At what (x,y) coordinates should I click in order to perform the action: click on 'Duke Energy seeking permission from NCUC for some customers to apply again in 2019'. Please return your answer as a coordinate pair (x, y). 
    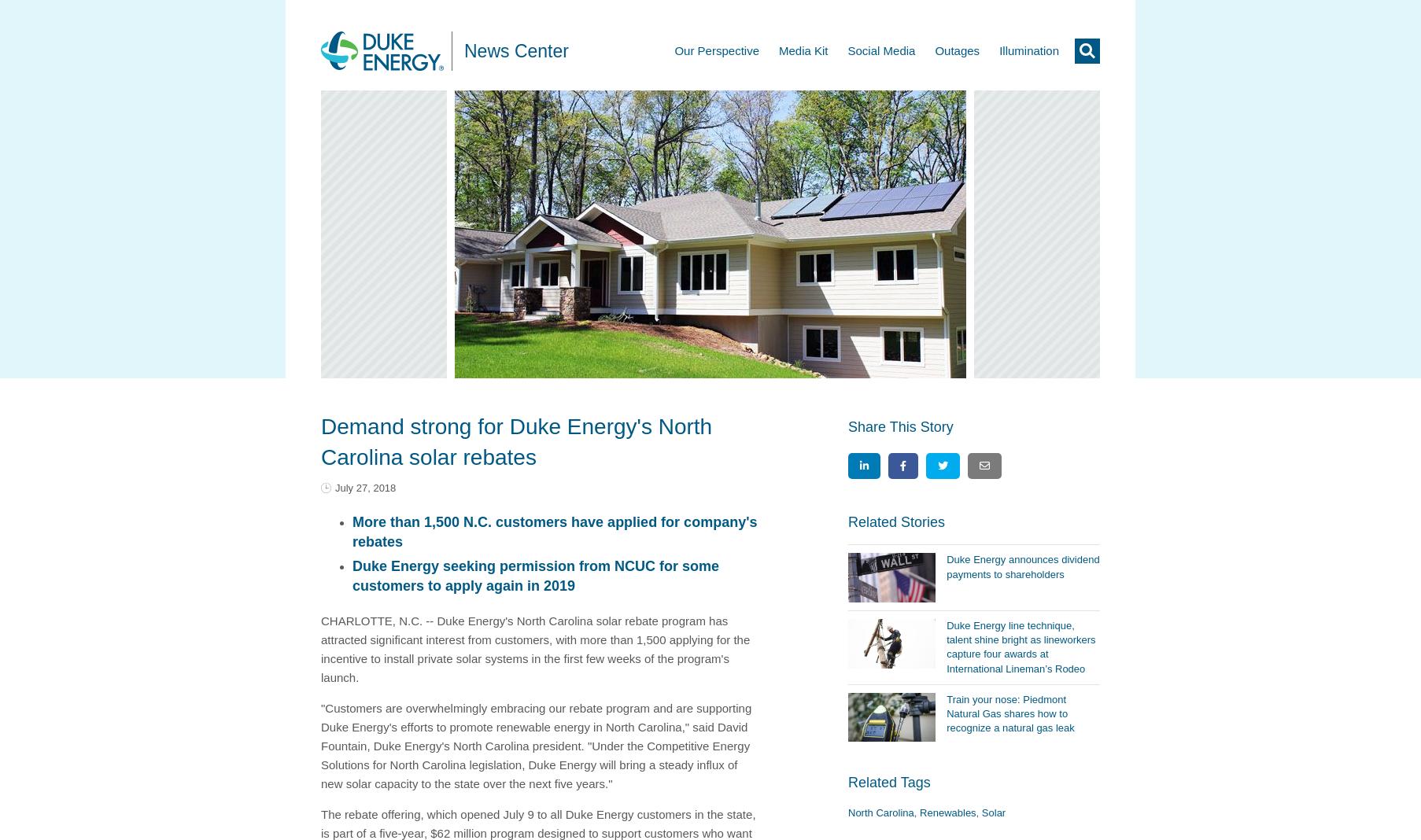
    Looking at the image, I should click on (352, 575).